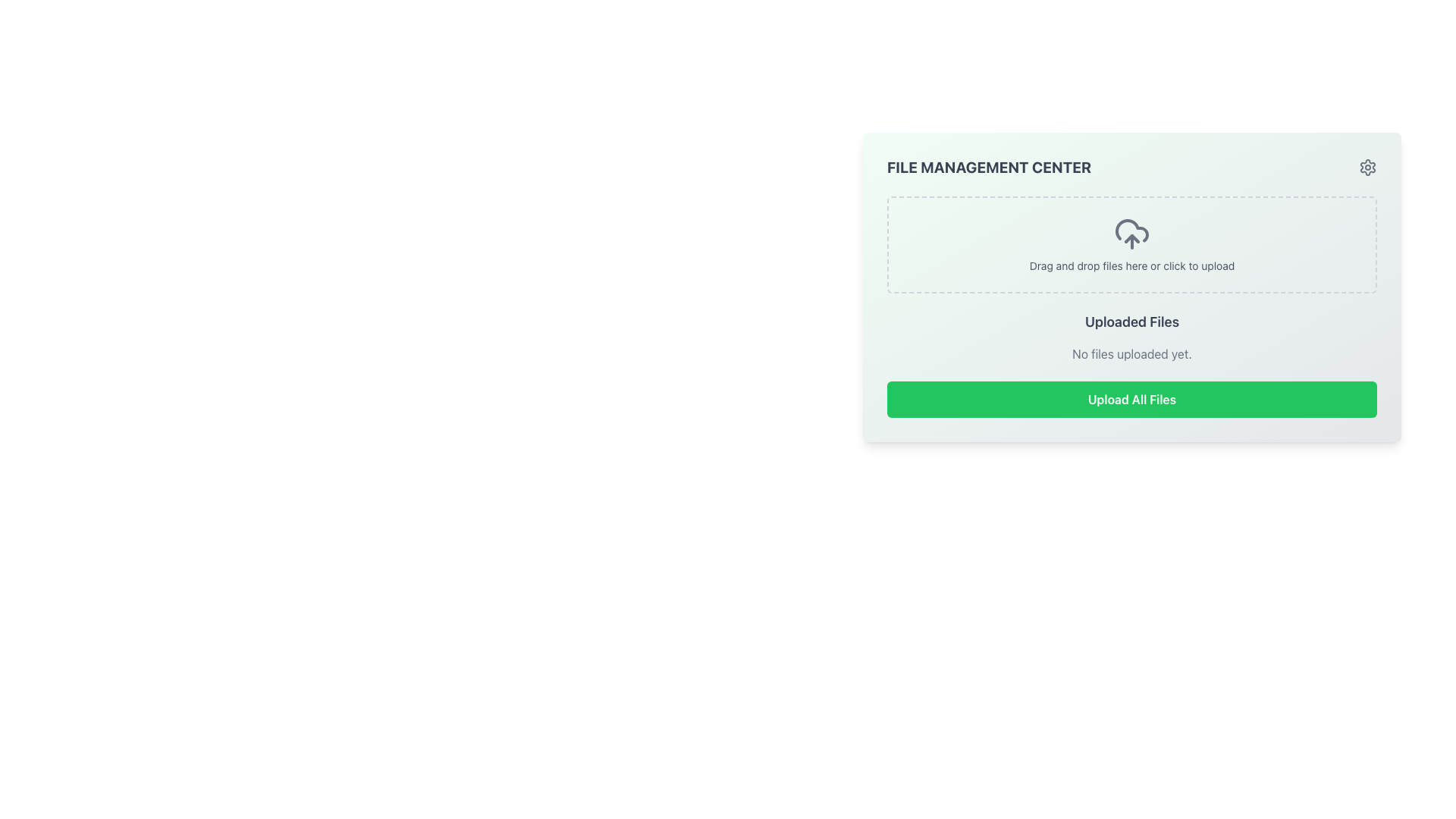 The image size is (1456, 819). I want to click on the SVG-based gear icon located at the top-right corner of the 'File Management Center' card, so click(1368, 167).